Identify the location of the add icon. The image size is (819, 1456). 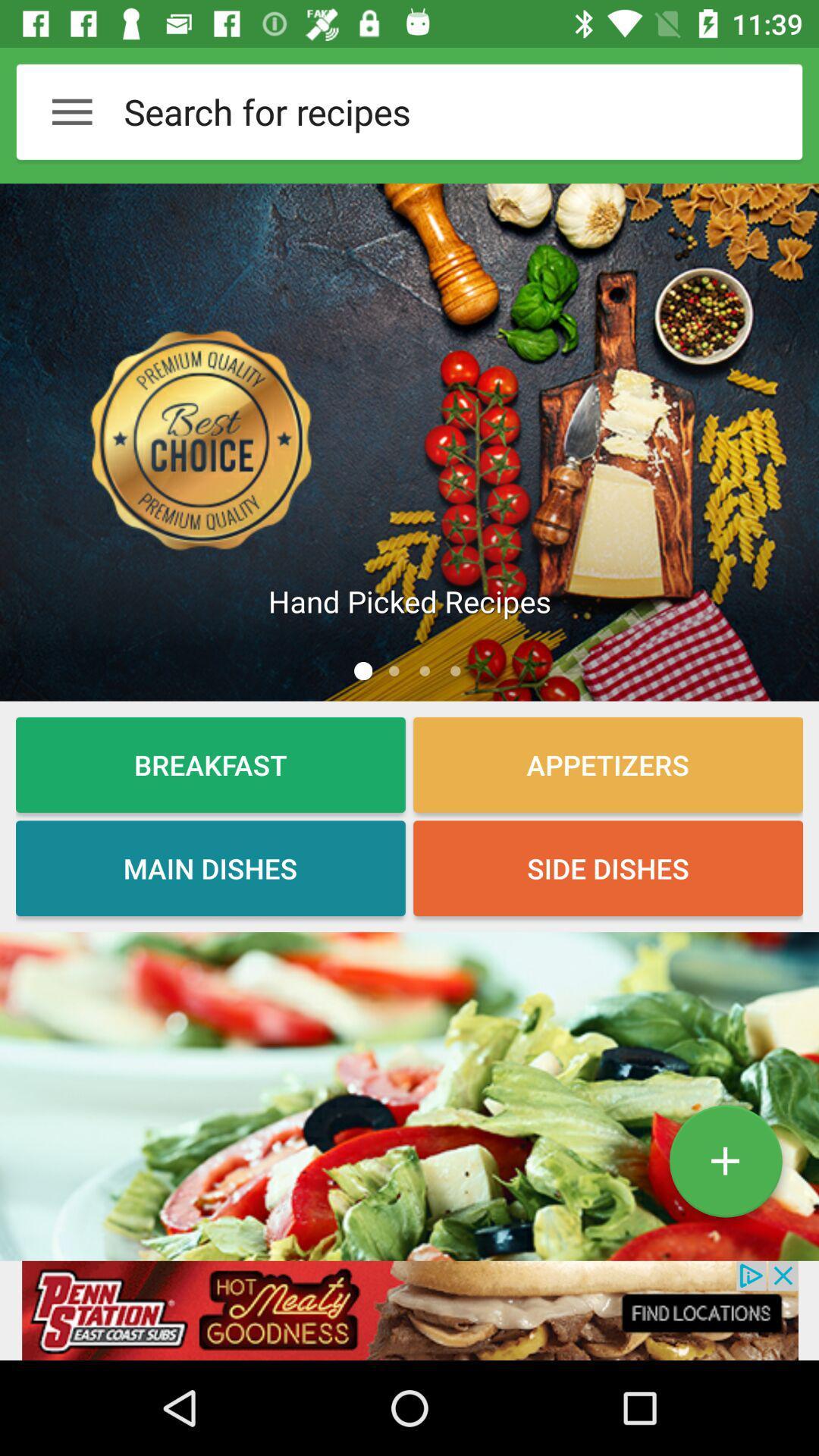
(724, 1166).